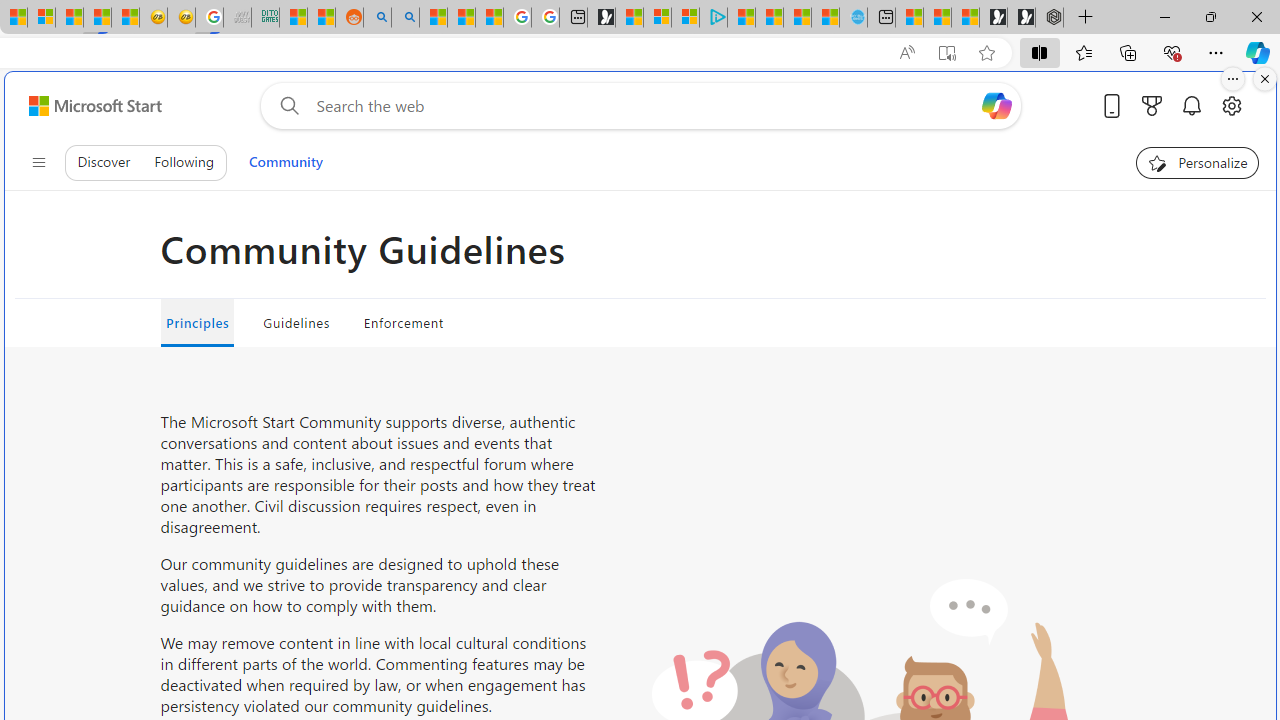 The image size is (1280, 720). What do you see at coordinates (1192, 105) in the screenshot?
I see `'Notifications'` at bounding box center [1192, 105].